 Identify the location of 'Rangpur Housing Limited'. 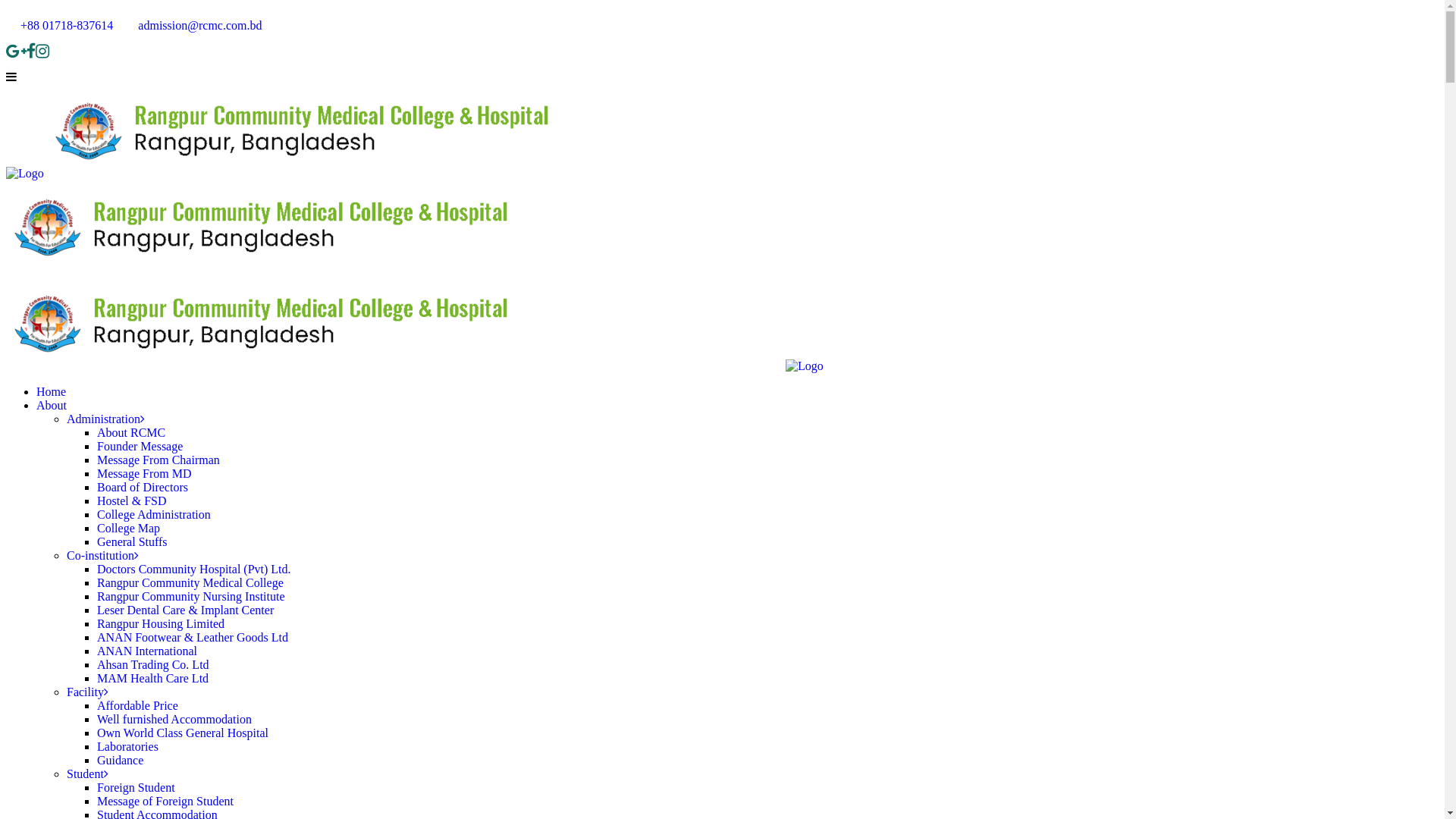
(160, 623).